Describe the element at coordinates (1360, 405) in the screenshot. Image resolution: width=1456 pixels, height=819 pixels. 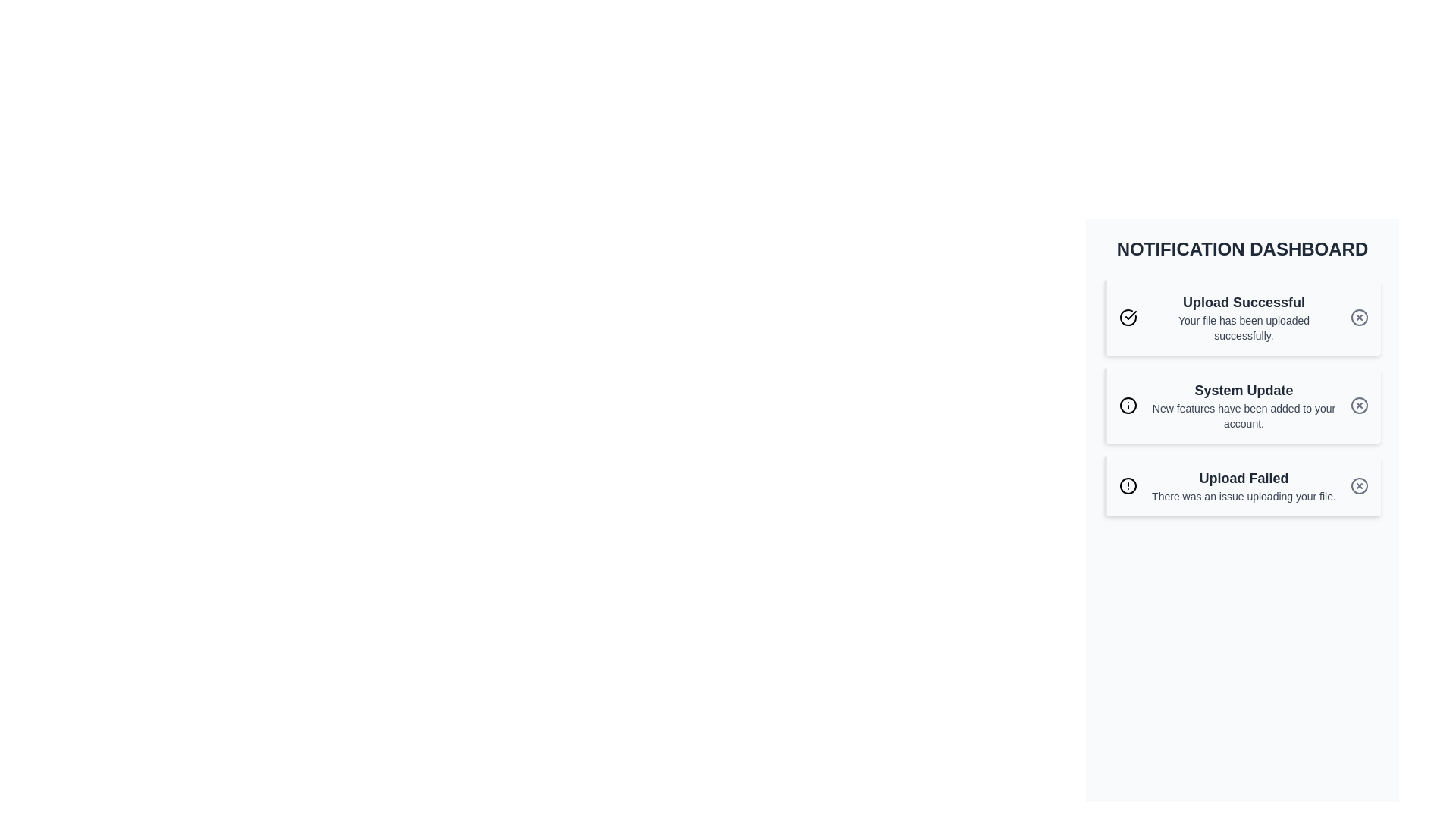
I see `the small, rounded button displaying an 'X' symbol located in the top-right corner of the 'System Update' notification card` at that location.